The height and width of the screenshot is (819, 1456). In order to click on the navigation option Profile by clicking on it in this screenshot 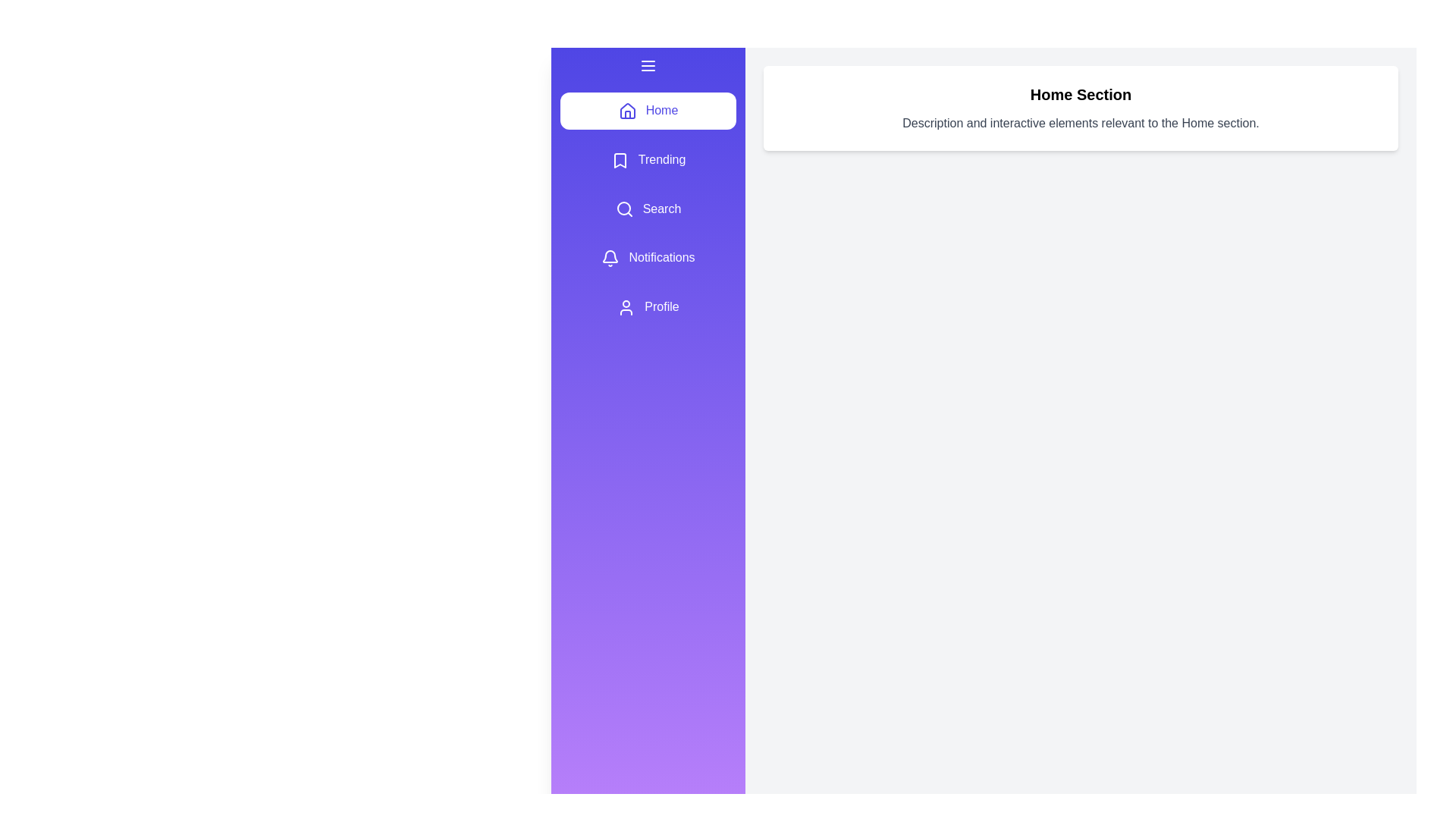, I will do `click(648, 307)`.